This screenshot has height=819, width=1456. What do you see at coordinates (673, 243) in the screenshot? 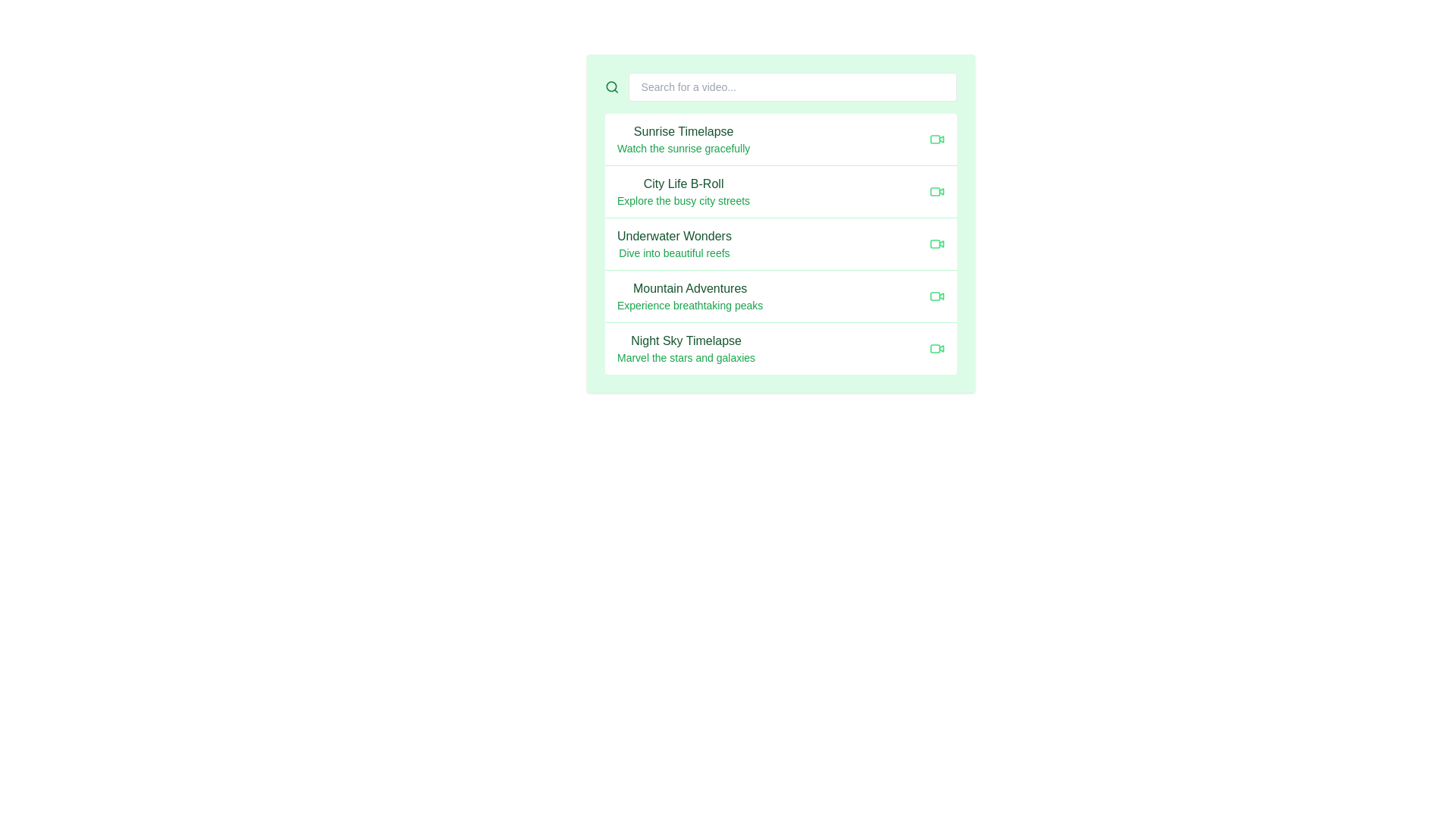
I see `the text block that serves as a title and description for a video or related media item, positioned between 'City Life B-Roll' and 'Mountain Adventures' in the vertical list` at bounding box center [673, 243].